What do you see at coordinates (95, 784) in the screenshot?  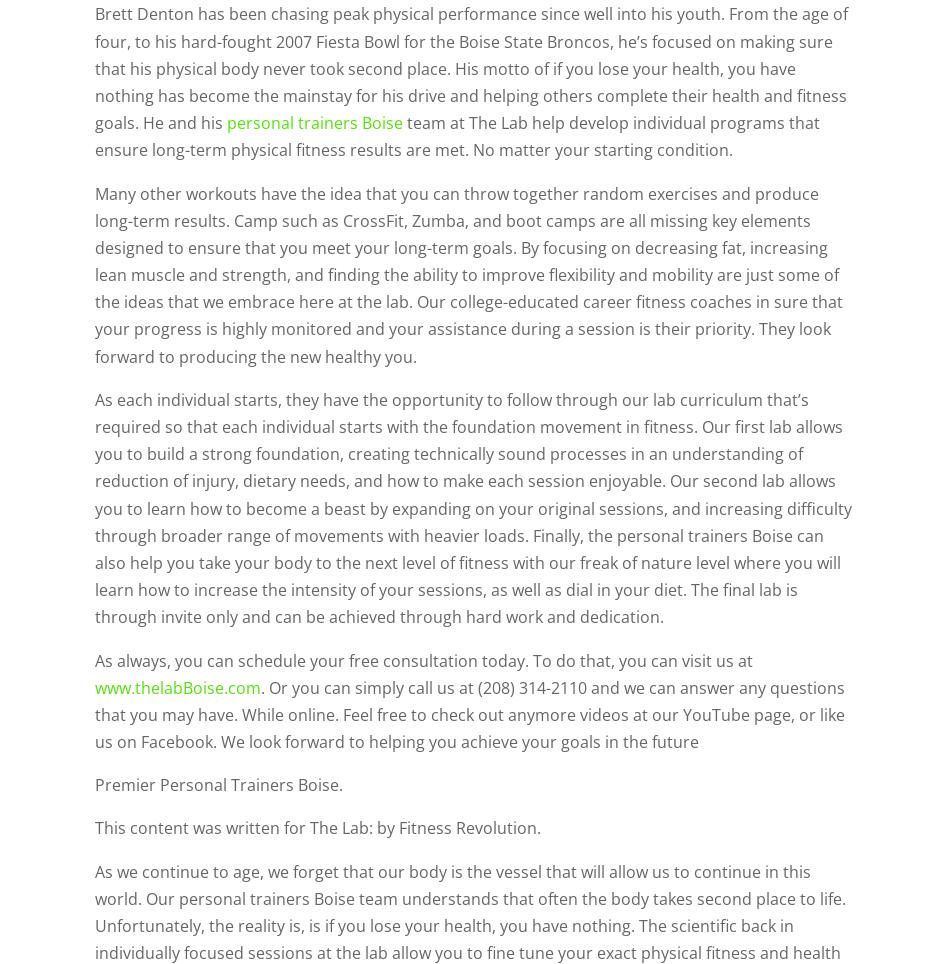 I see `'Premier Personal Trainers Boise.'` at bounding box center [95, 784].